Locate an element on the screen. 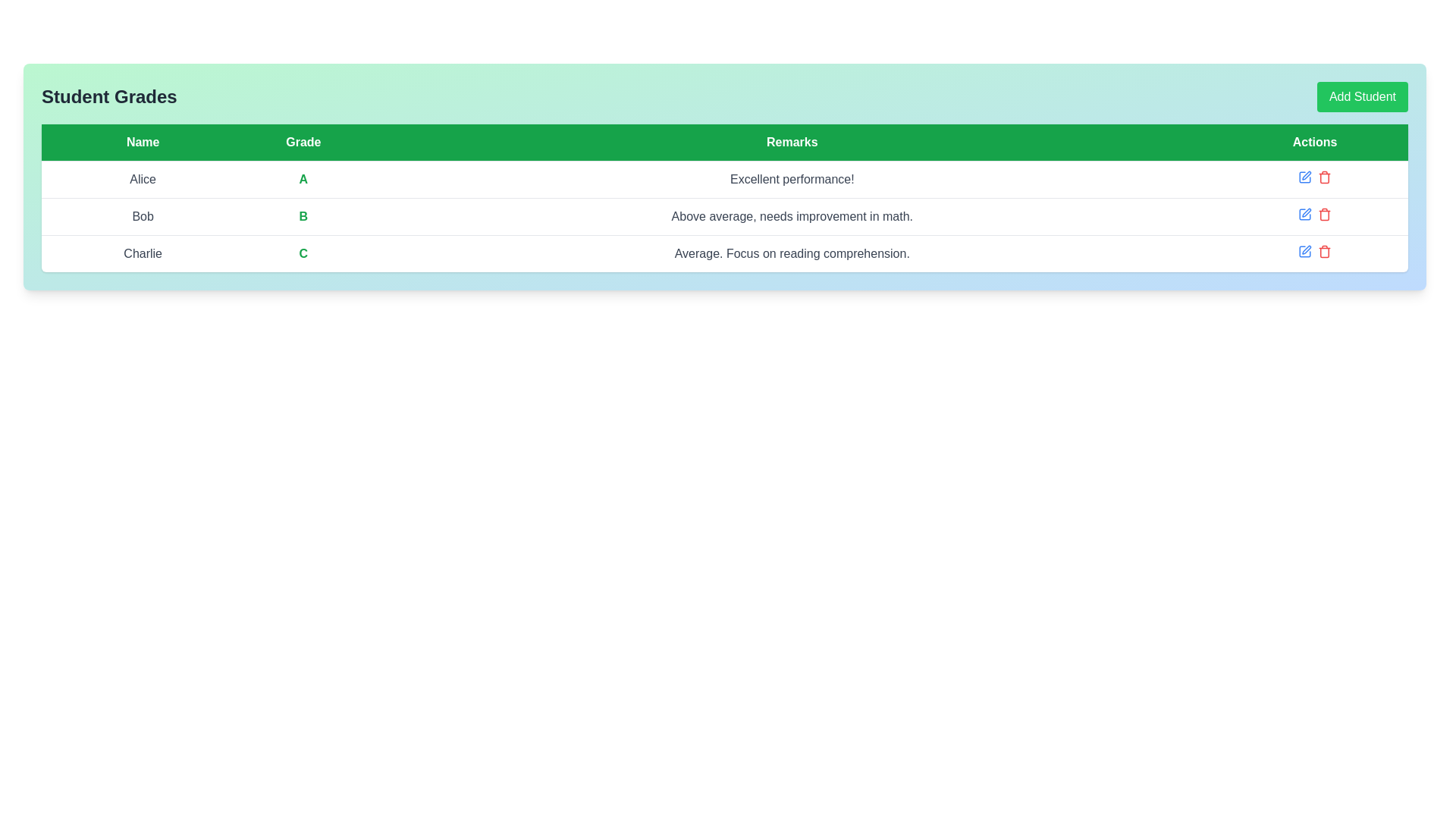  the 'Alice' text label in the first row and first column of the table to potentially reveal more information is located at coordinates (143, 178).